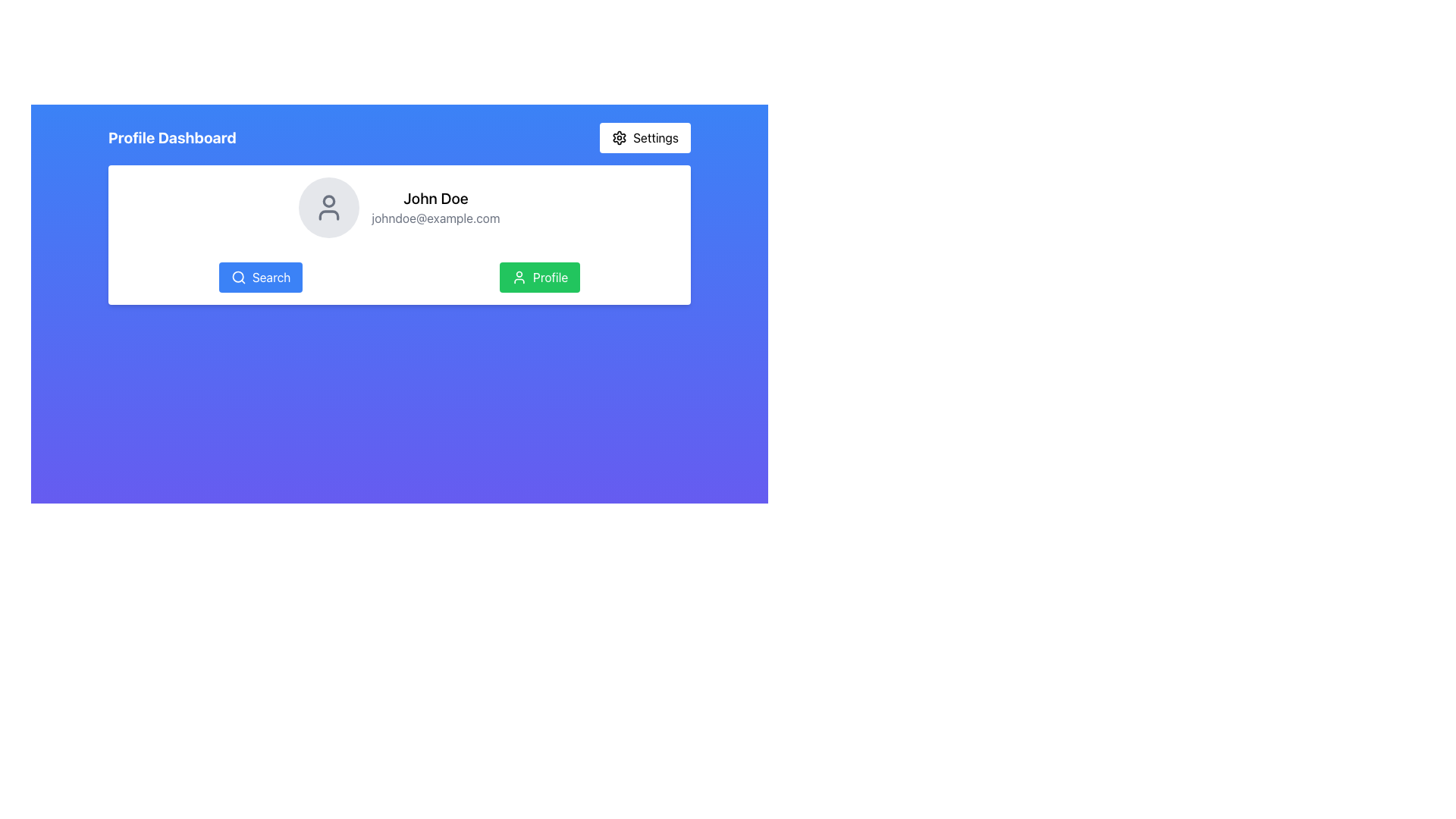 The image size is (1456, 819). I want to click on the text label displaying the email address 'johndoe@example.com', which is styled in gray and located below the name 'John Doe' in the profile section, so click(435, 218).